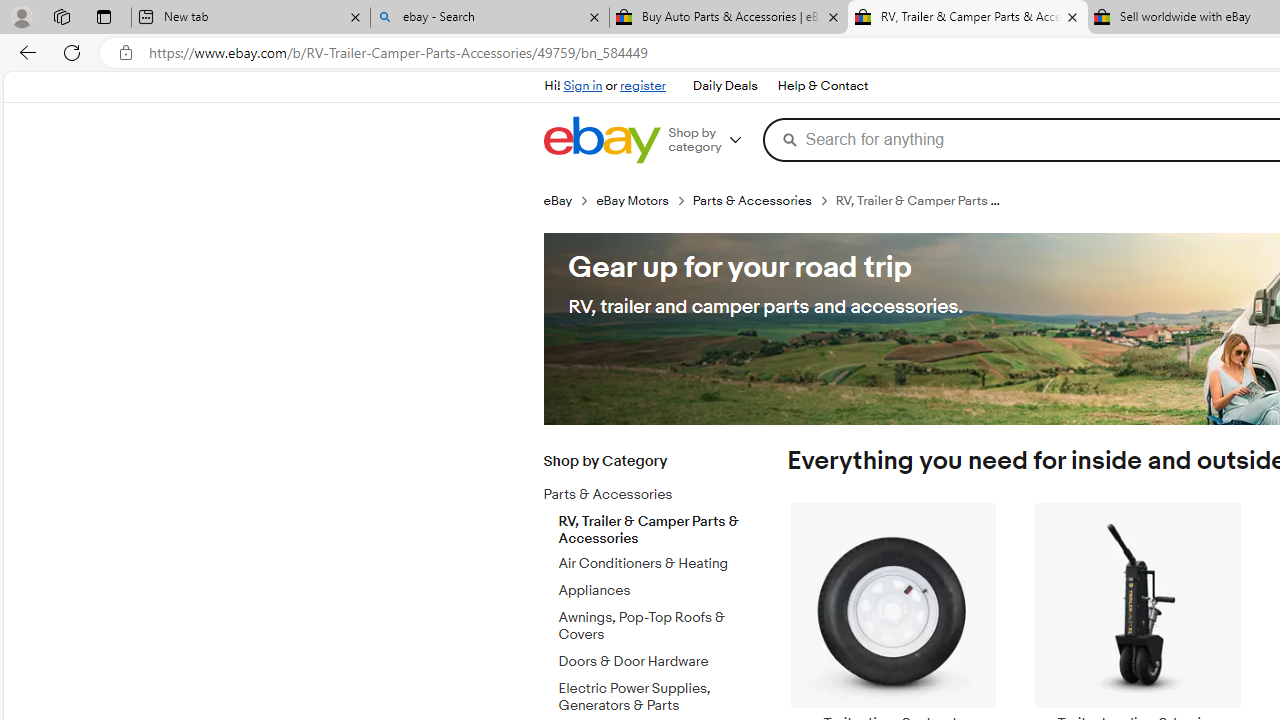  I want to click on 'Help & Contact', so click(823, 86).